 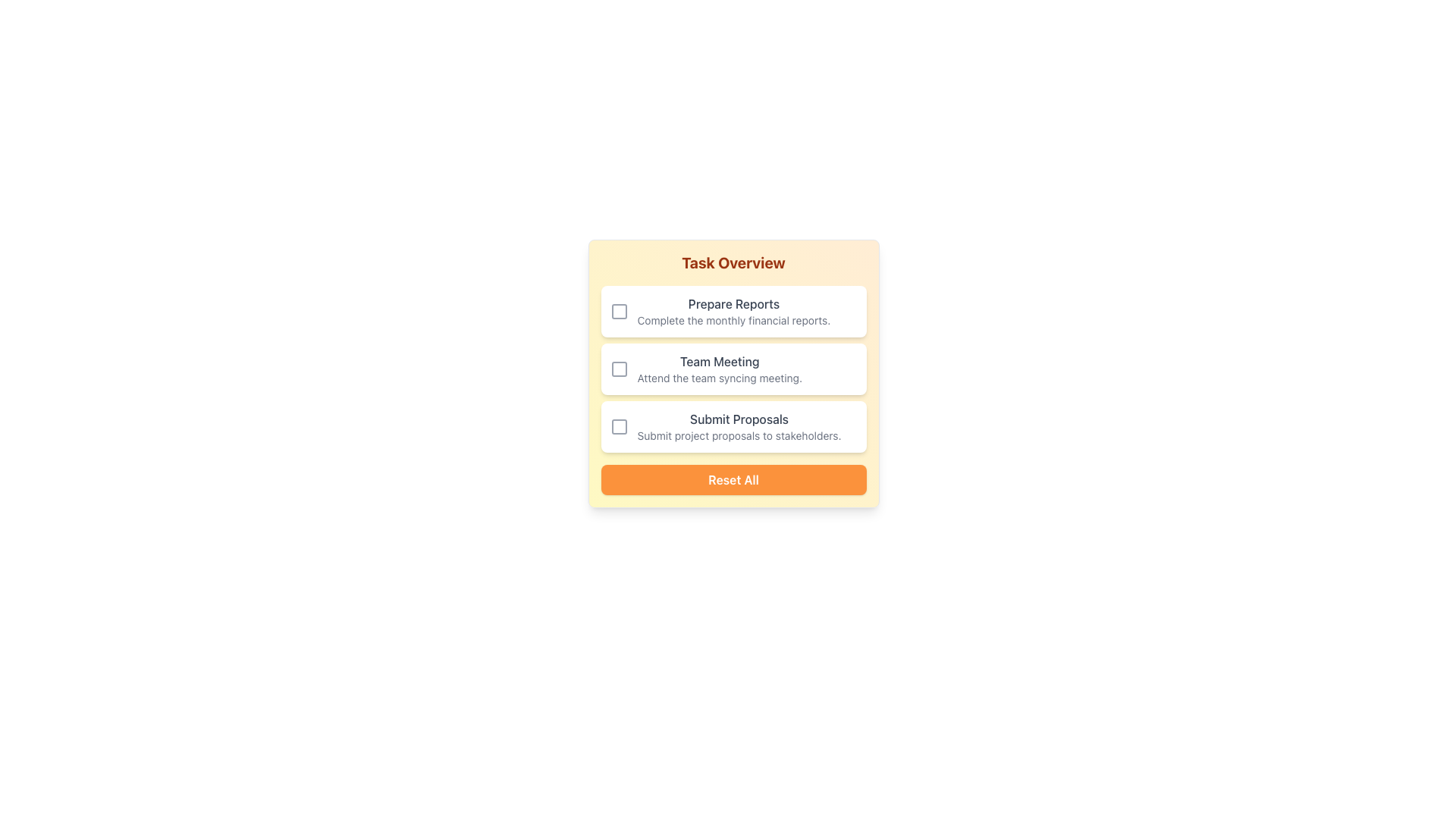 What do you see at coordinates (733, 304) in the screenshot?
I see `the text label that serves as the title of the task item, positioned at the top of the task card titled 'Task Overview.'` at bounding box center [733, 304].